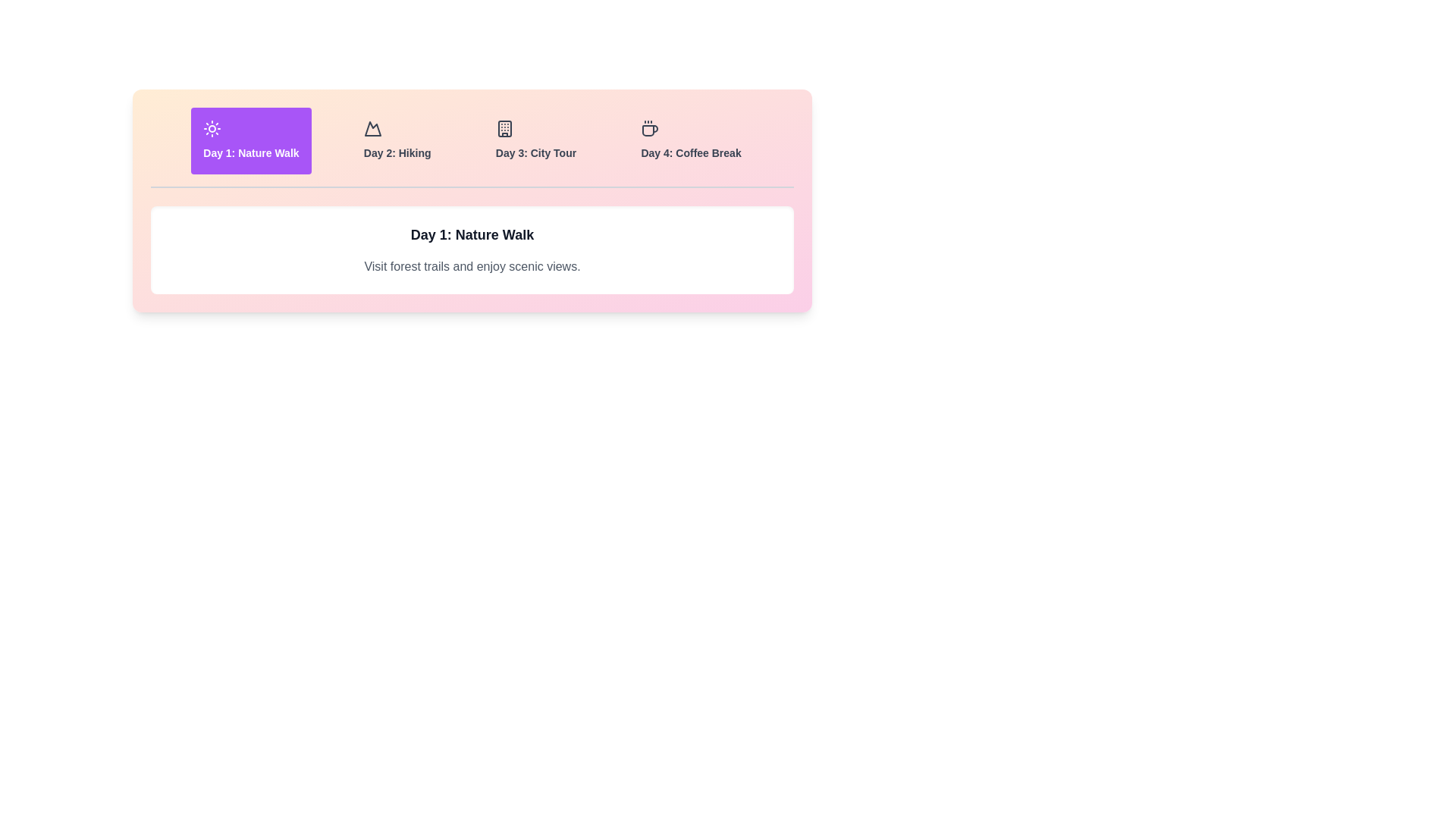  What do you see at coordinates (691, 140) in the screenshot?
I see `the tab corresponding to Day 4: Coffee Break` at bounding box center [691, 140].